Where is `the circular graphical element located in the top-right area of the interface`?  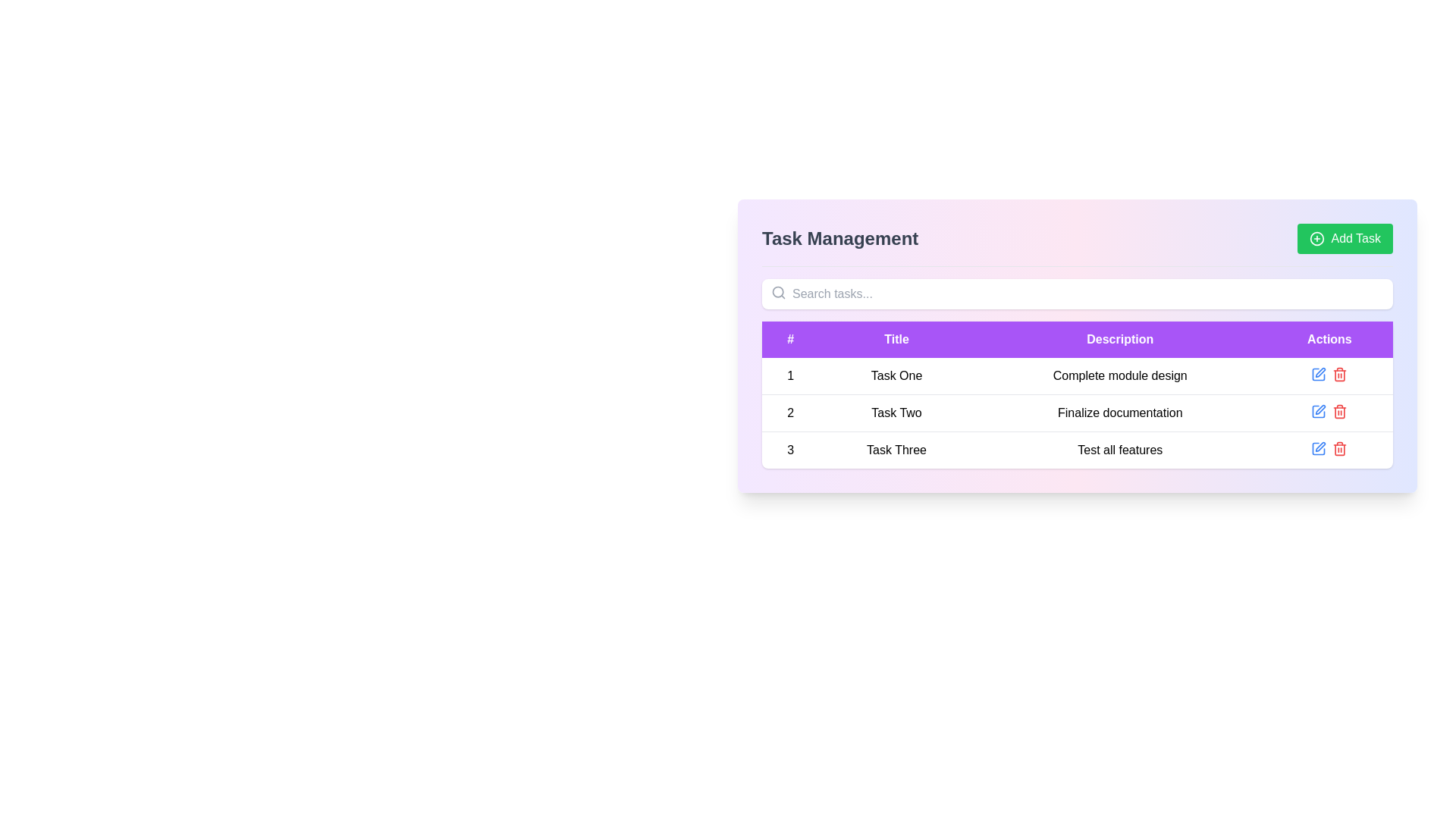 the circular graphical element located in the top-right area of the interface is located at coordinates (1316, 239).